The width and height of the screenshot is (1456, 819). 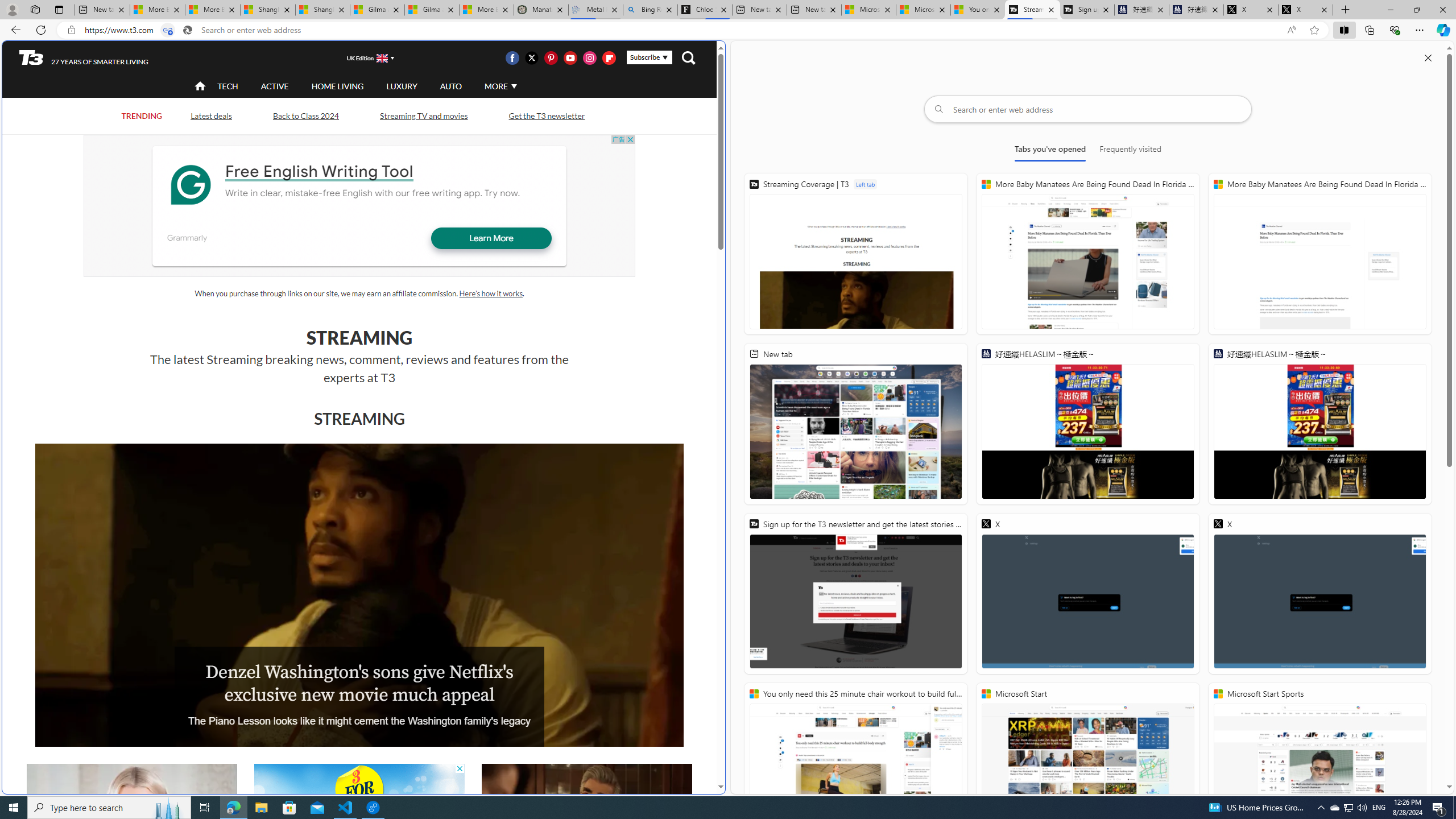 What do you see at coordinates (337, 85) in the screenshot?
I see `'HOME LIVING'` at bounding box center [337, 85].